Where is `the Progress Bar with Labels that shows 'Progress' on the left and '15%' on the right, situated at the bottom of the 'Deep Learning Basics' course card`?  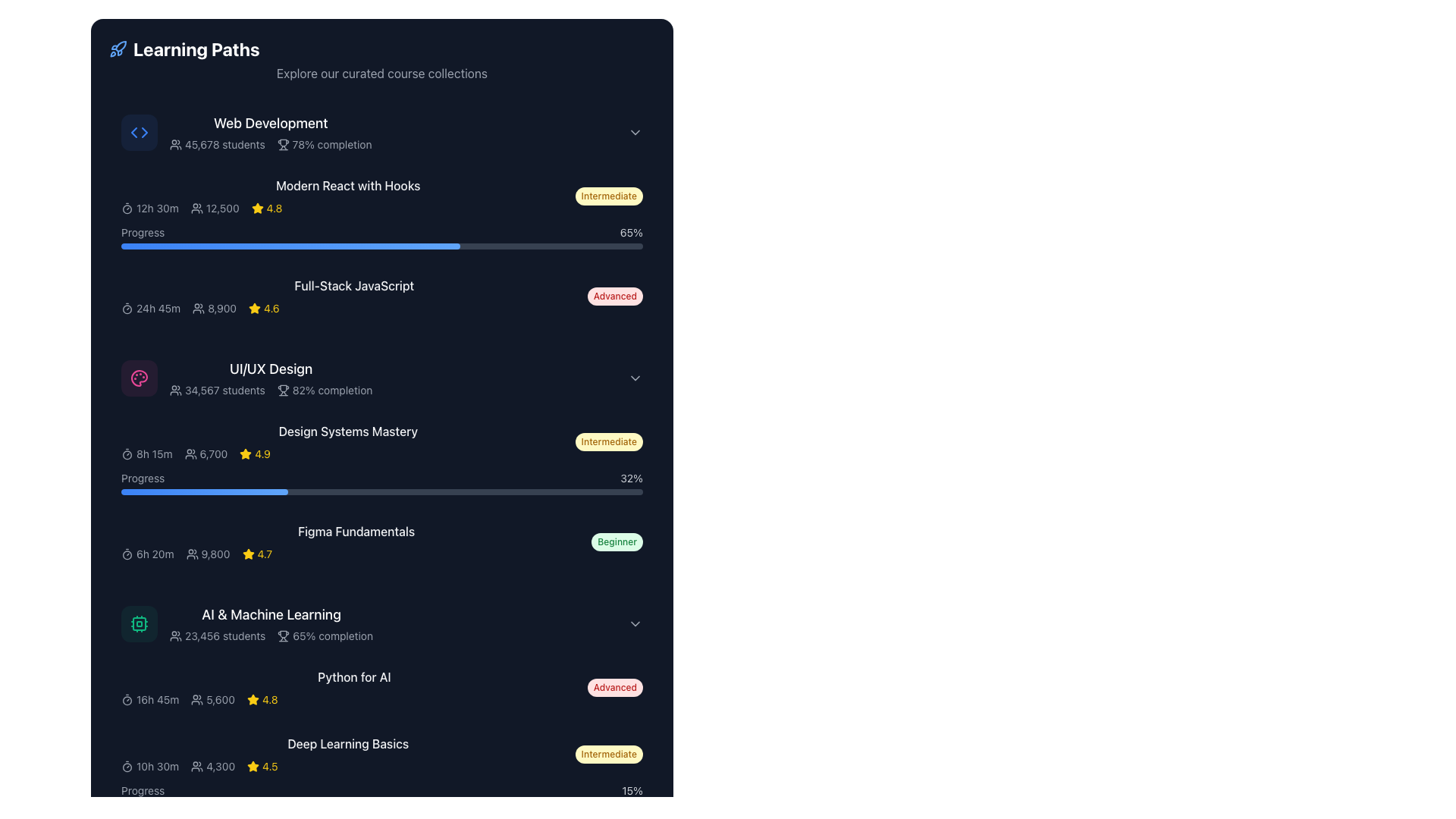
the Progress Bar with Labels that shows 'Progress' on the left and '15%' on the right, situated at the bottom of the 'Deep Learning Basics' course card is located at coordinates (382, 795).